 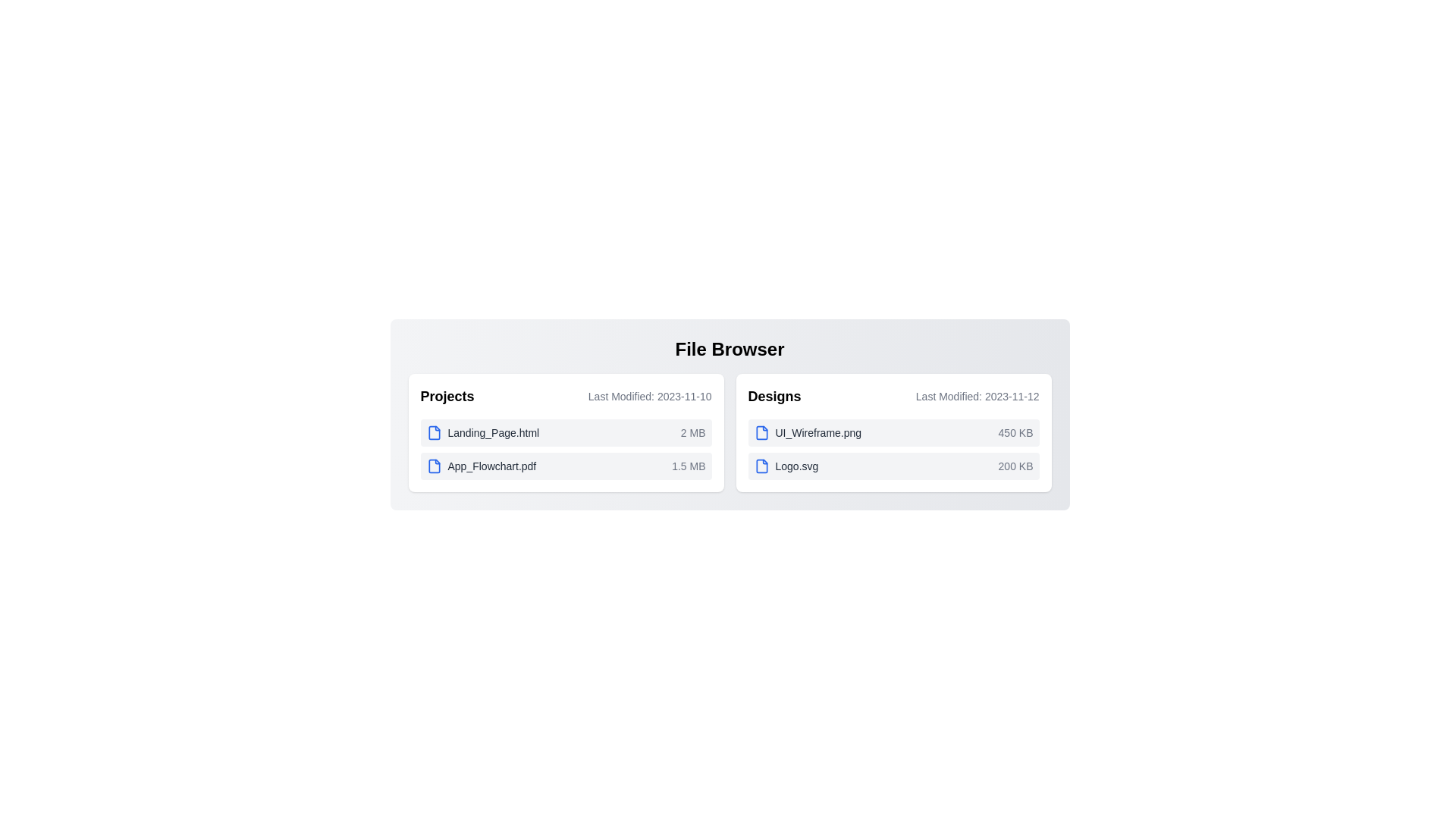 I want to click on the file entry UI_Wireframe.png to highlight it, so click(x=893, y=432).